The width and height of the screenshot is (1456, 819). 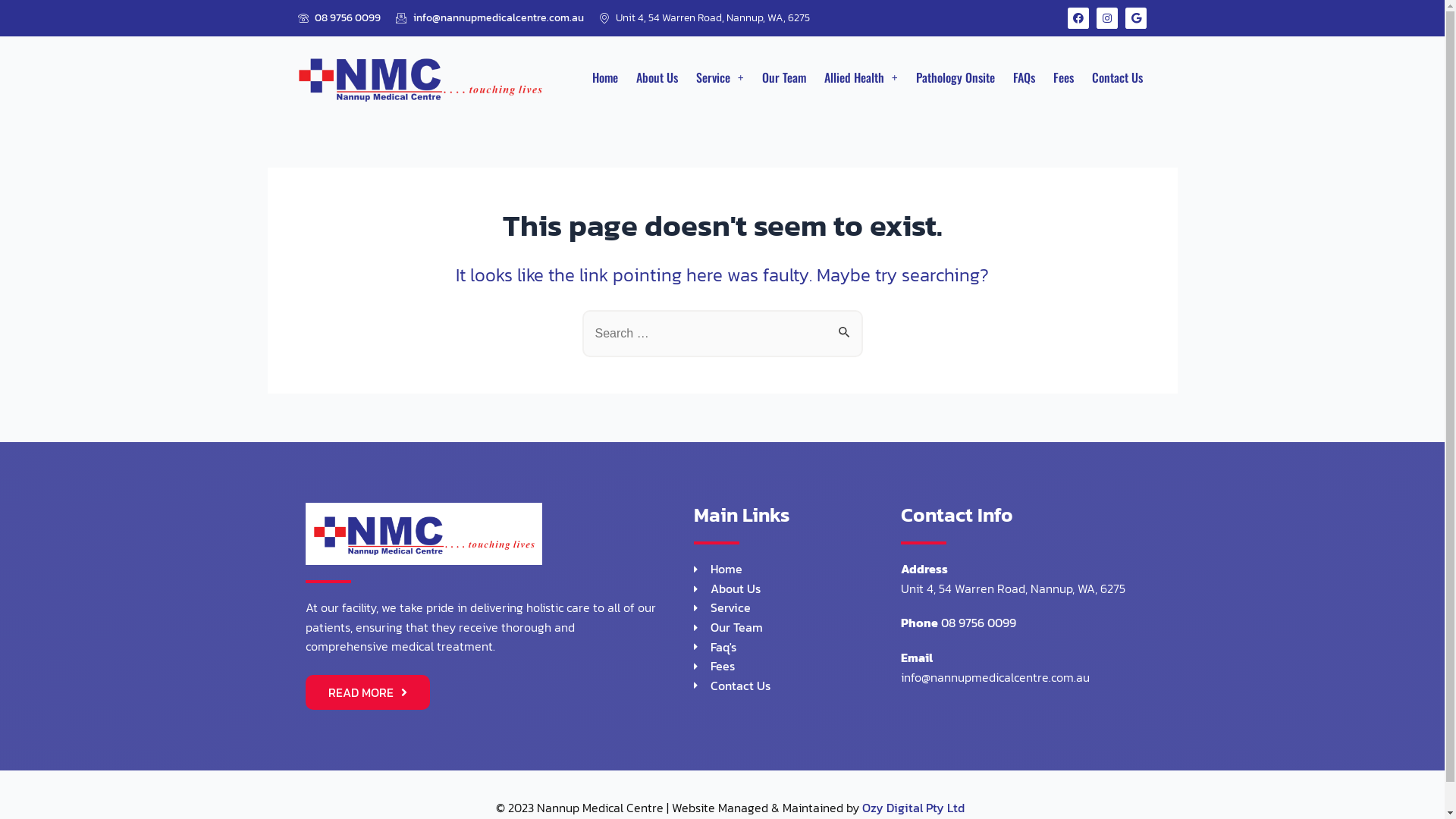 I want to click on 'Contact Us', so click(x=795, y=686).